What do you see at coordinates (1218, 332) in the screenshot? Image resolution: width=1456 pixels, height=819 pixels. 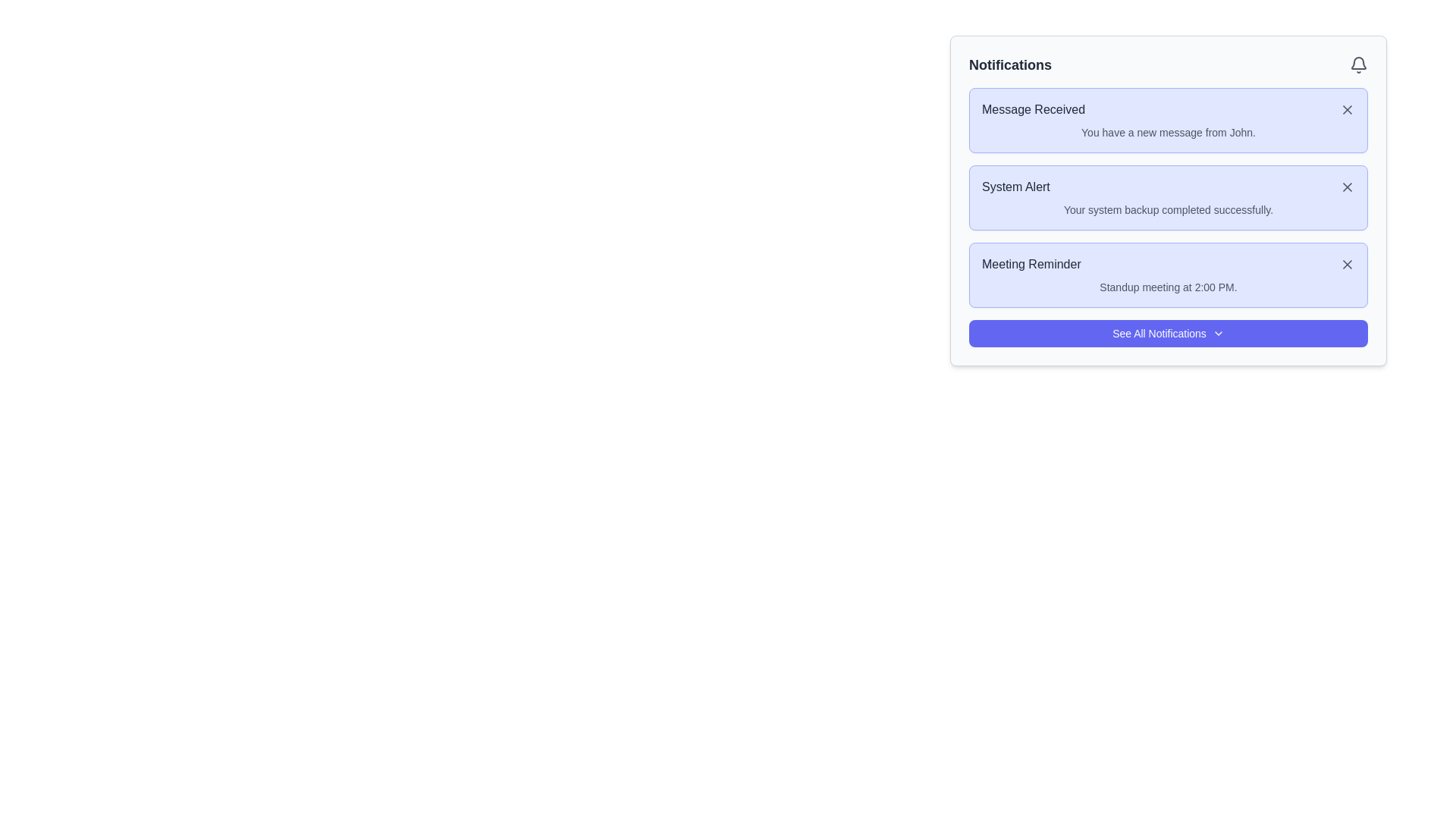 I see `the chevron icon located to the right of the 'See All Notifications' text within the blue button at the bottom of the notification panel` at bounding box center [1218, 332].